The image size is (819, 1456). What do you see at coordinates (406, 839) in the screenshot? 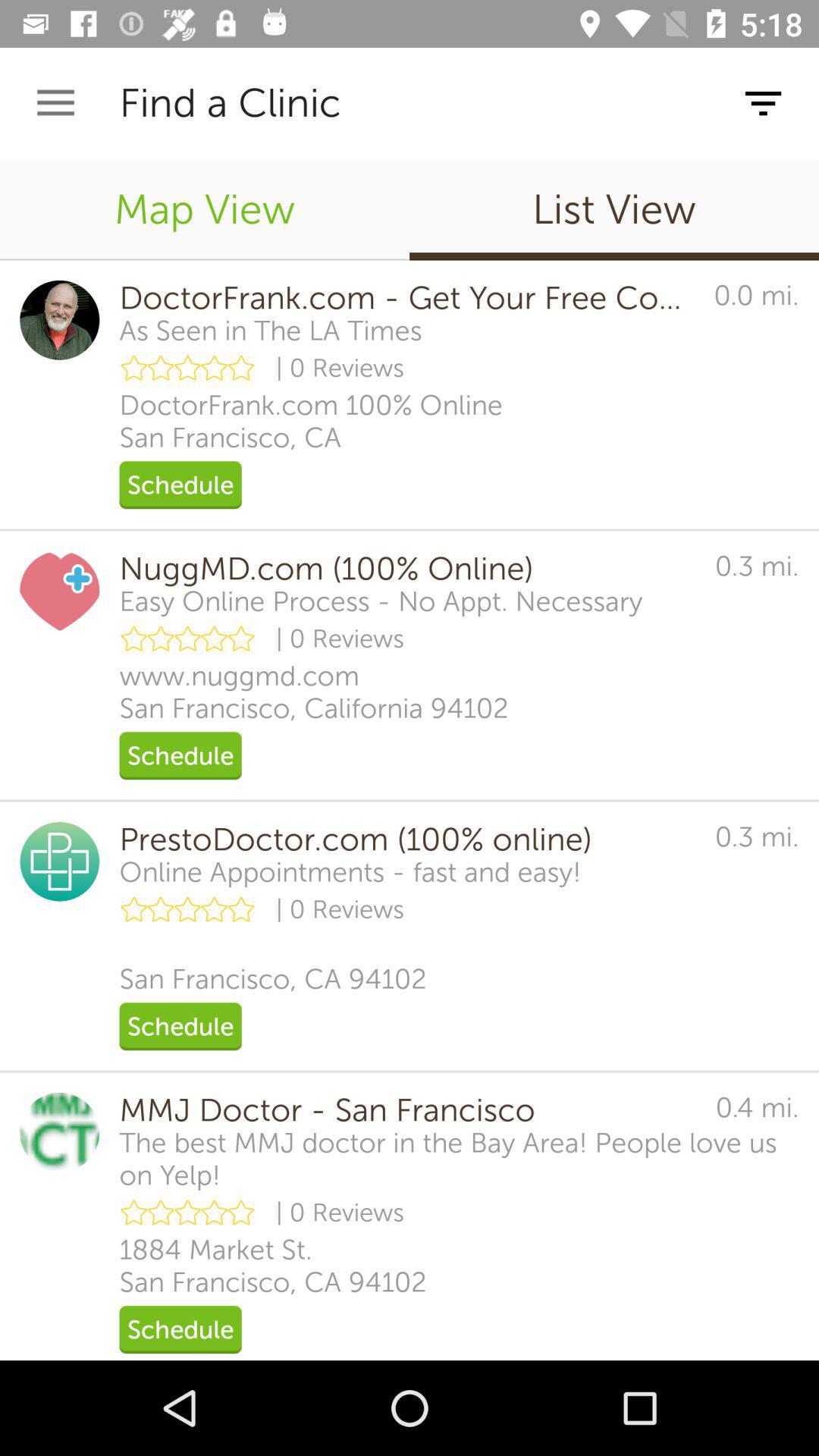
I see `icon next to the 0.3 mi.` at bounding box center [406, 839].